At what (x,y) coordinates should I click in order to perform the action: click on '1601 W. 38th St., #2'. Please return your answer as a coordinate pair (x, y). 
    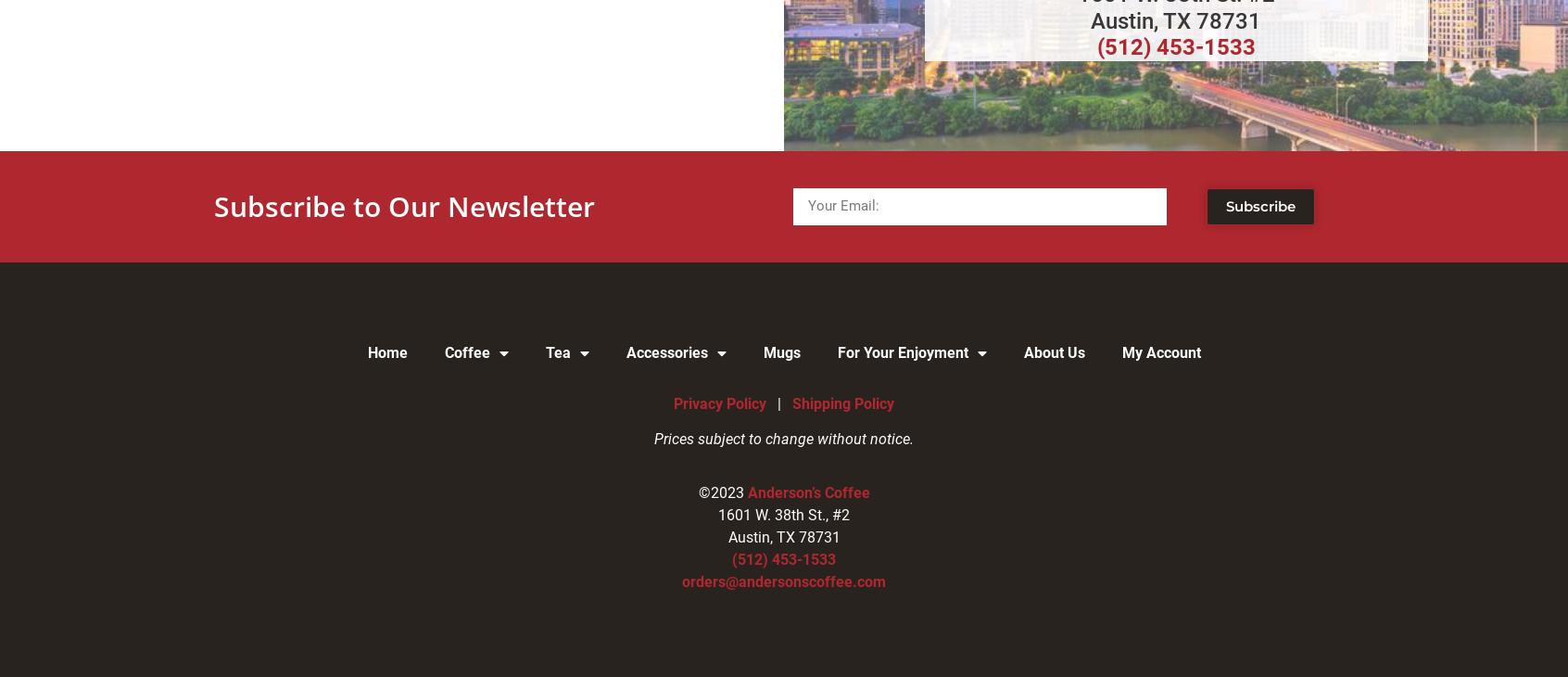
    Looking at the image, I should click on (784, 515).